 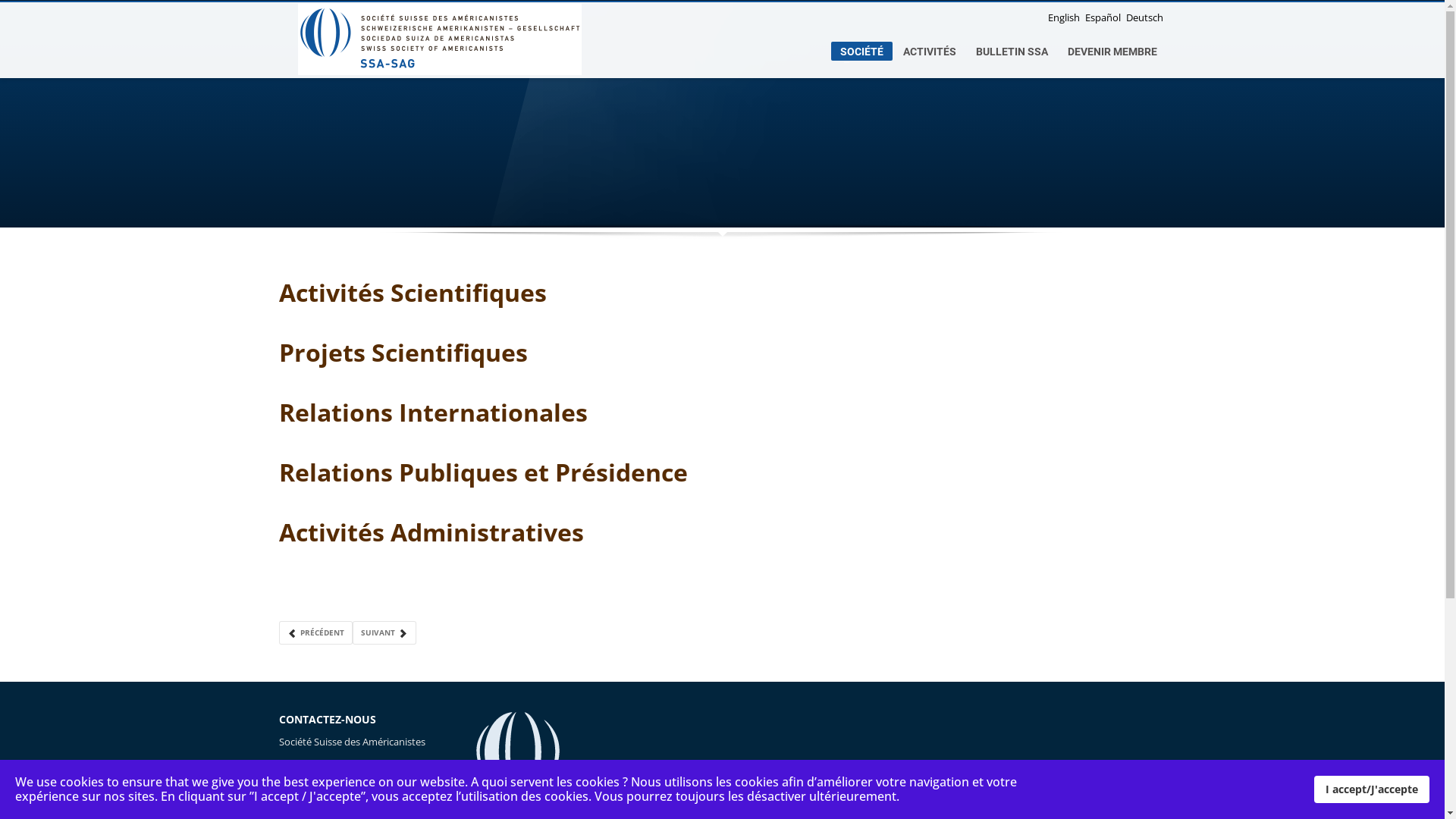 What do you see at coordinates (1112, 51) in the screenshot?
I see `'DEVENIR MEMBRE'` at bounding box center [1112, 51].